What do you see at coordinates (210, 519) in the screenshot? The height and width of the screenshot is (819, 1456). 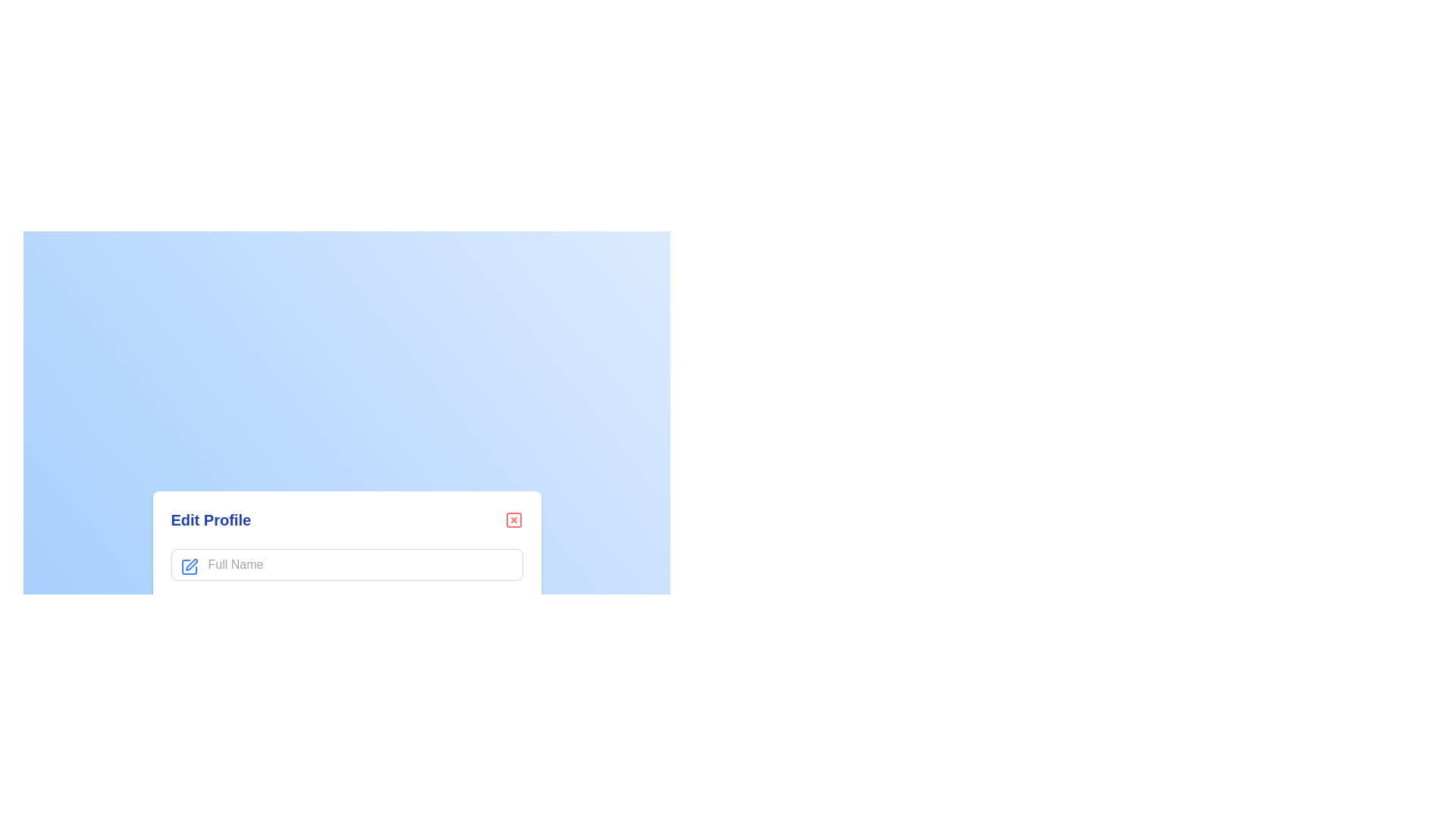 I see `the Text label located in the upper left corner of the profile editing section for potential tooltip or styling changes` at bounding box center [210, 519].